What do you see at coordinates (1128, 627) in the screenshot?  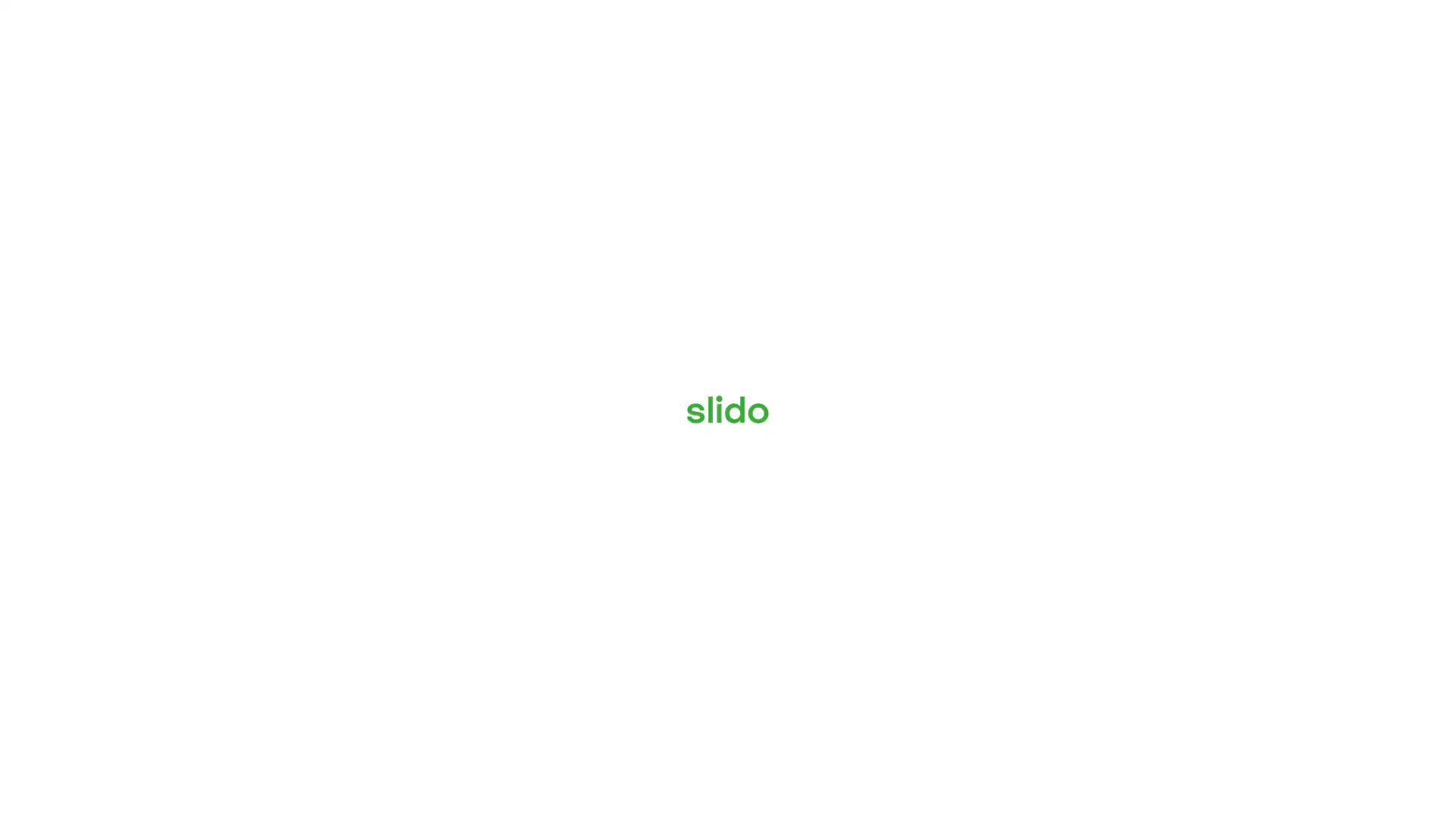 I see `6 replies` at bounding box center [1128, 627].